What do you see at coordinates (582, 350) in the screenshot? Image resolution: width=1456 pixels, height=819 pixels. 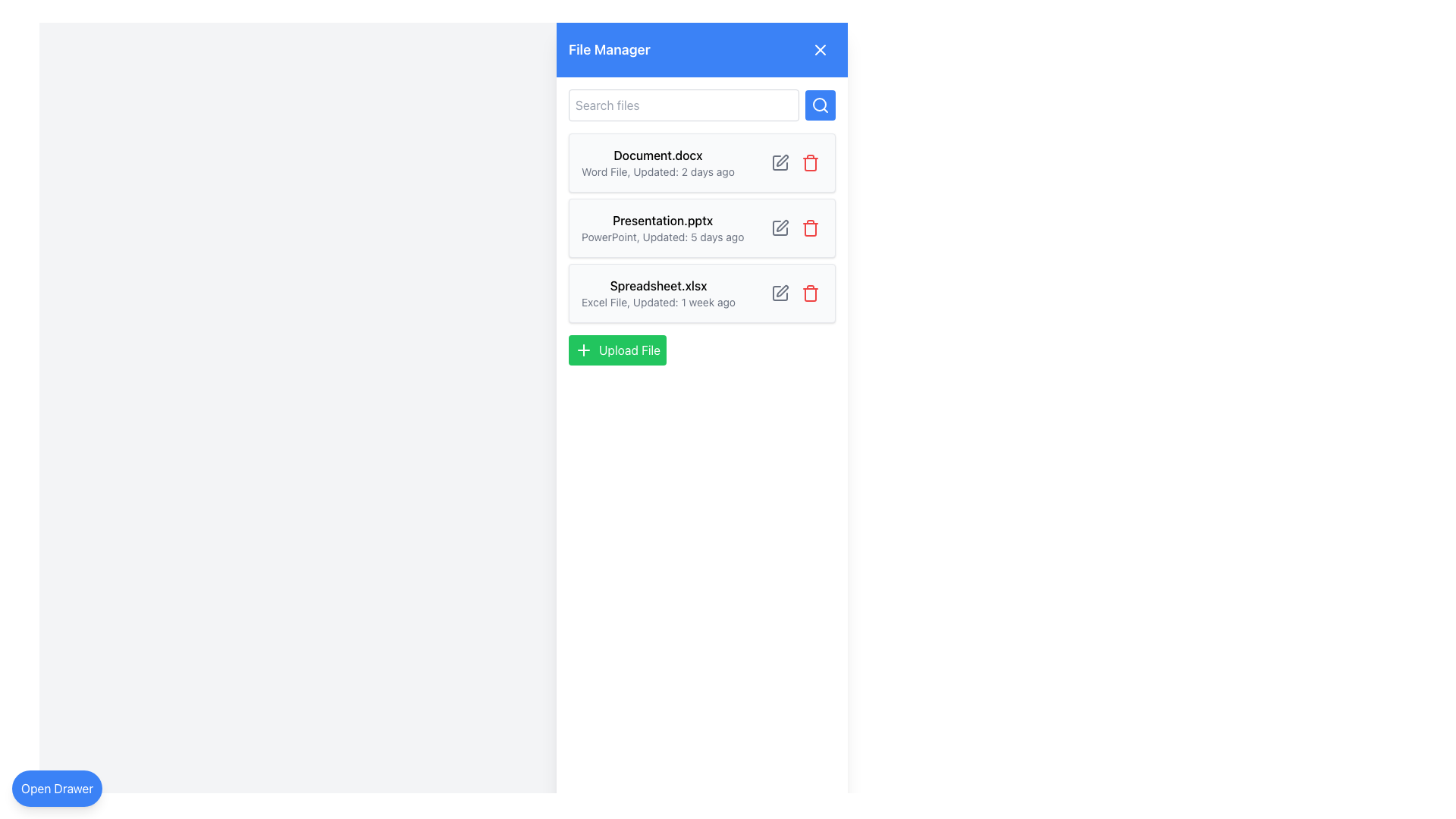 I see `the green circular icon with a white '+' symbol located within the 'Upload File' button` at bounding box center [582, 350].